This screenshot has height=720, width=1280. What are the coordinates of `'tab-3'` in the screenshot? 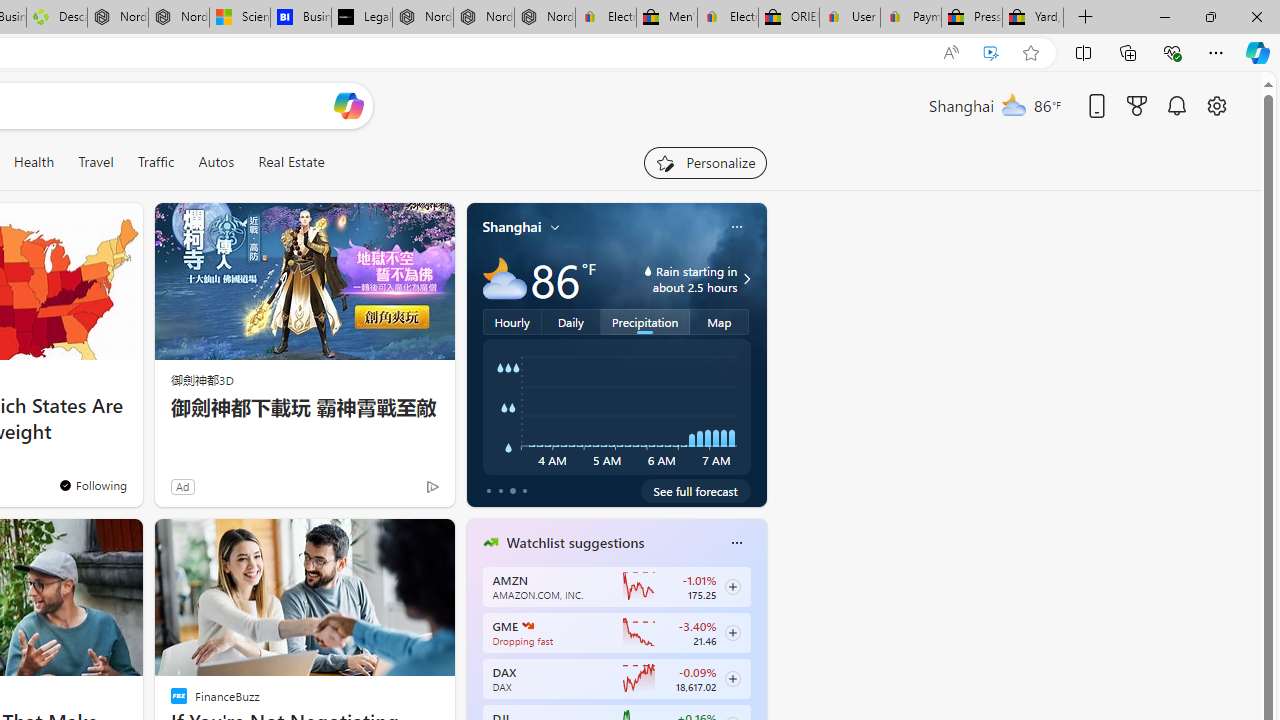 It's located at (524, 491).